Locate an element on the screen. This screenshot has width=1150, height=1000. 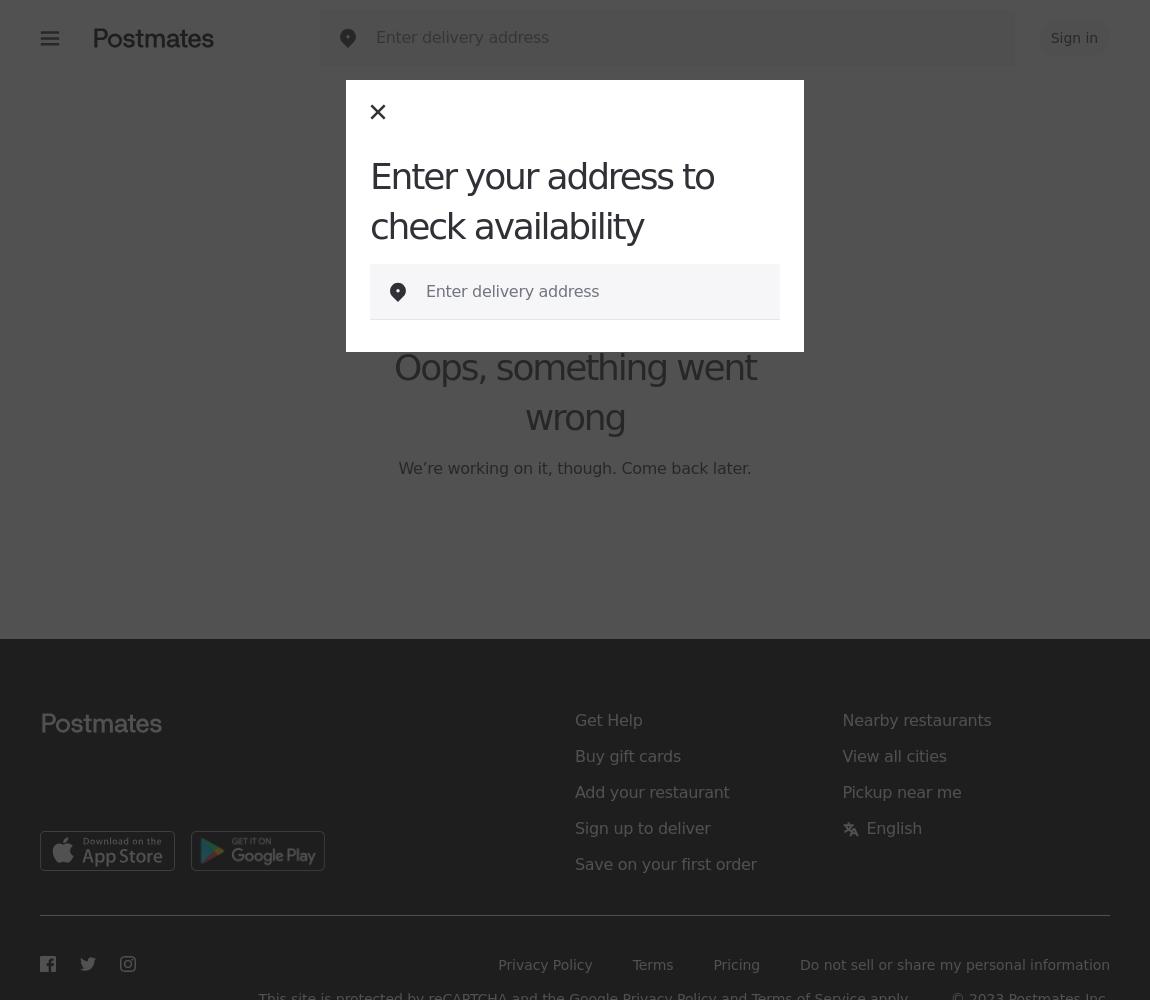
'Get Help' is located at coordinates (607, 719).